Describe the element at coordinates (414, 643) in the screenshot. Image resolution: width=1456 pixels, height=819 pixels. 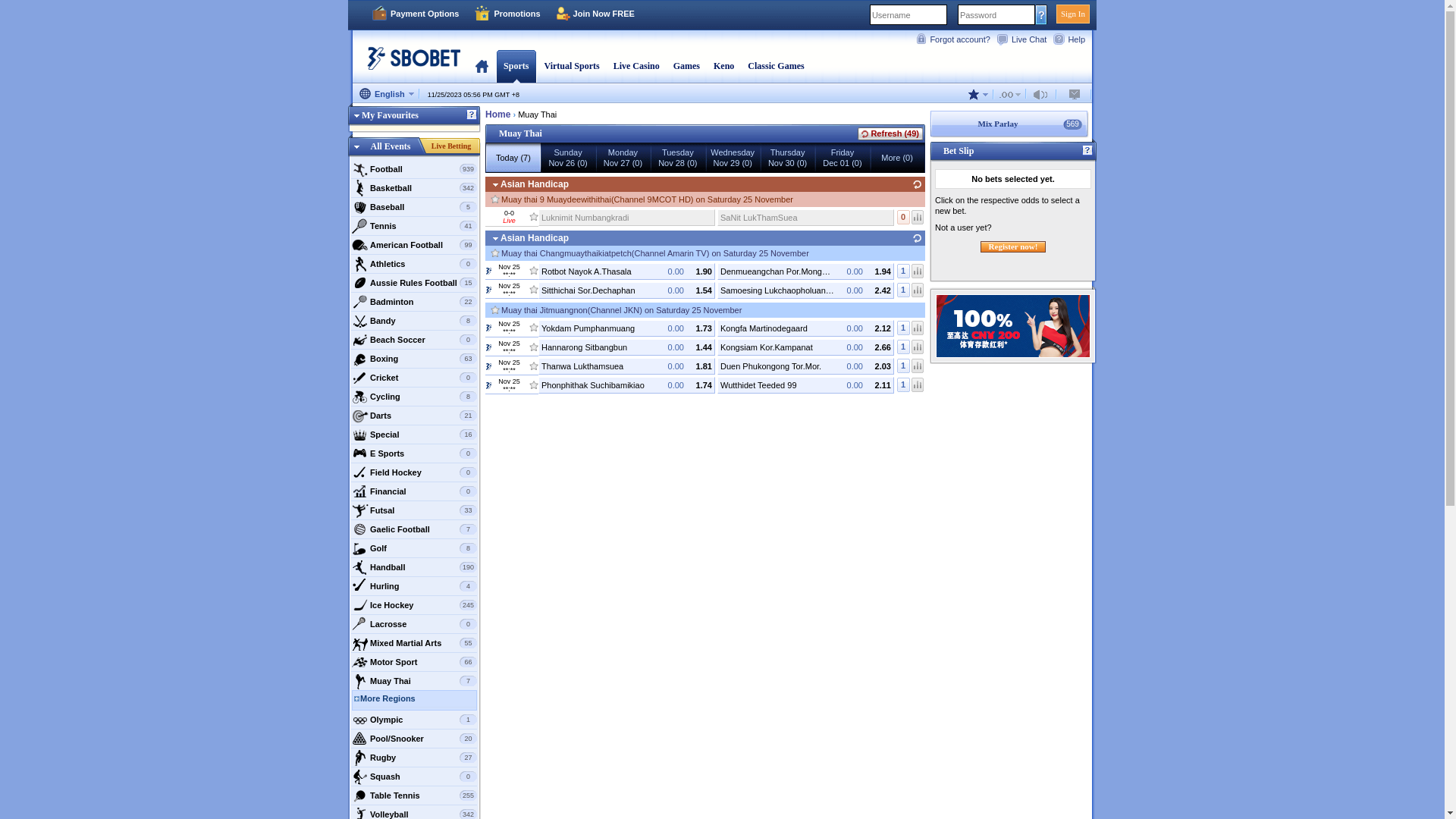
I see `'Mixed Martial Arts` at that location.